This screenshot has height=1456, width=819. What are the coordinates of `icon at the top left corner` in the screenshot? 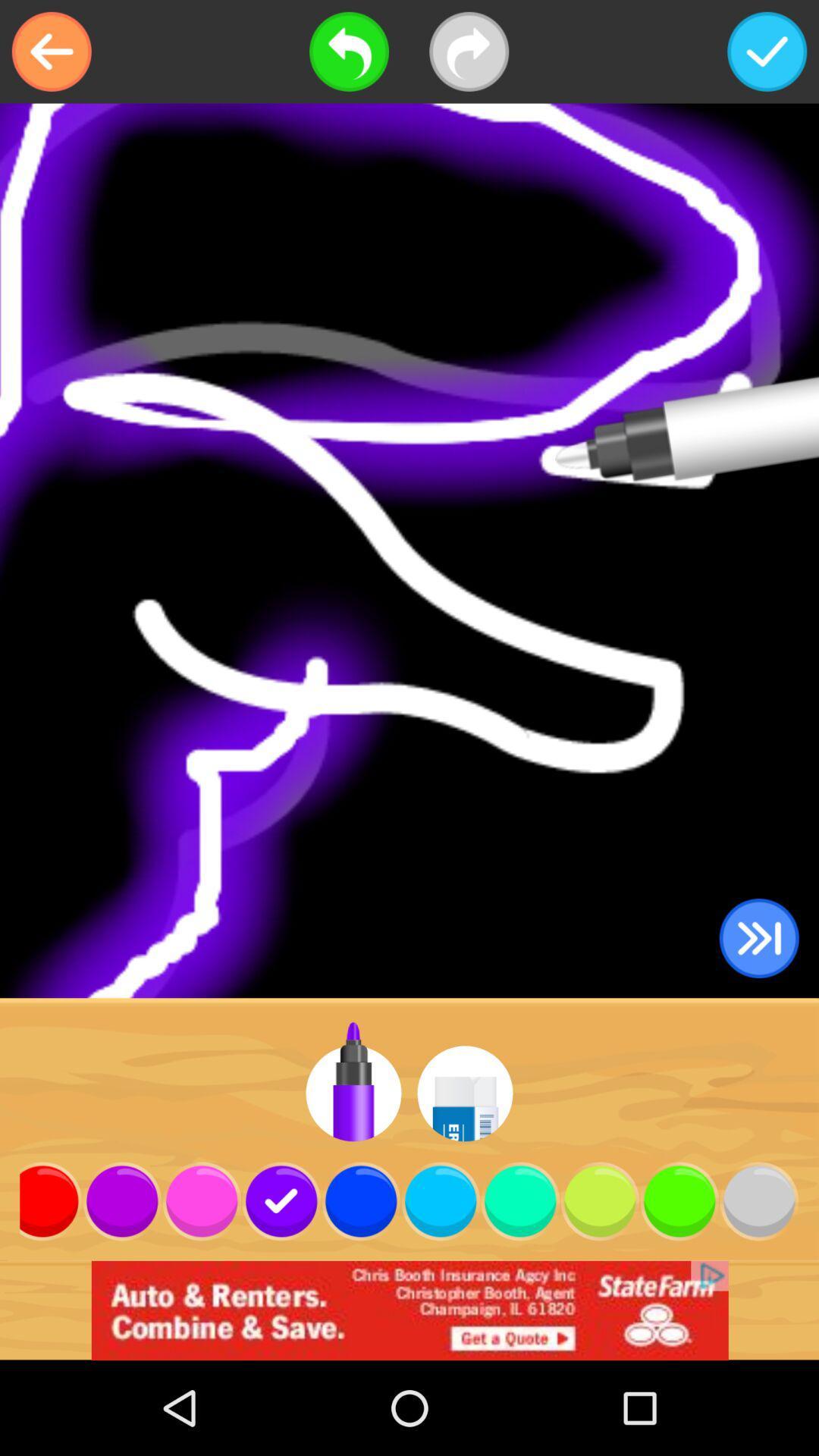 It's located at (51, 52).